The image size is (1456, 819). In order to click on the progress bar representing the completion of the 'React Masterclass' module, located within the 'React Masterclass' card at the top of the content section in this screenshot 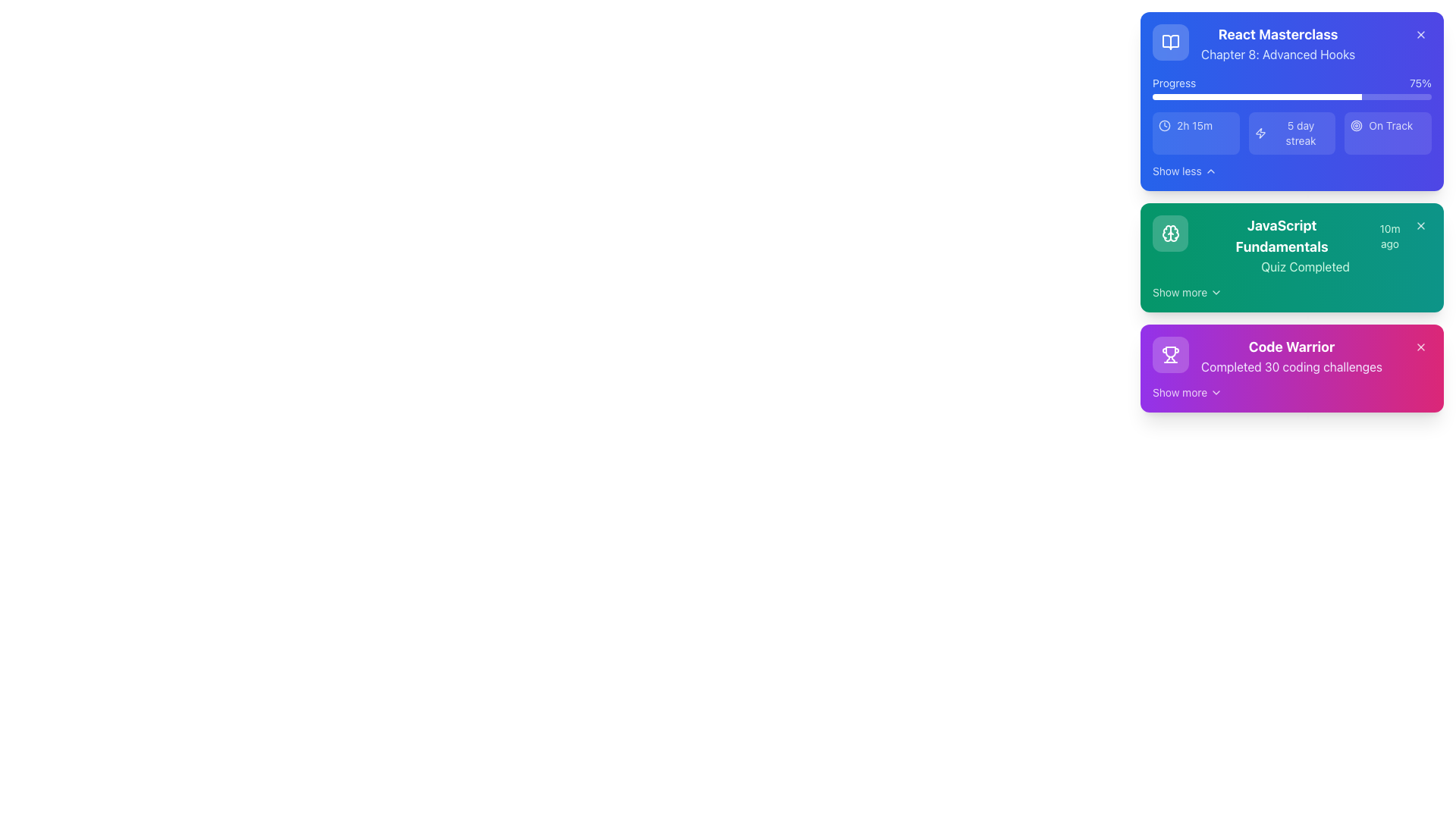, I will do `click(1291, 87)`.